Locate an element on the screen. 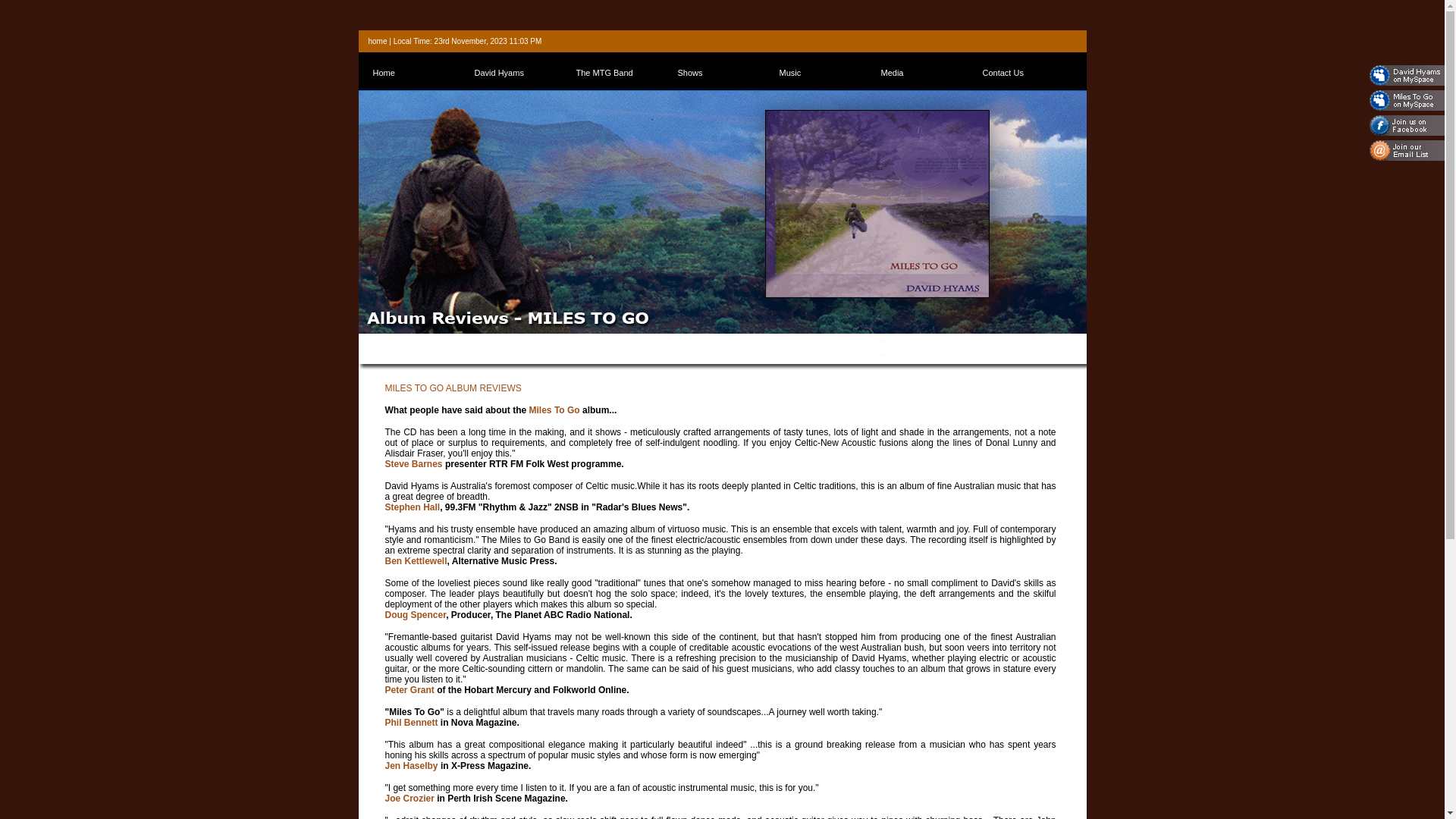  'Music' is located at coordinates (824, 73).